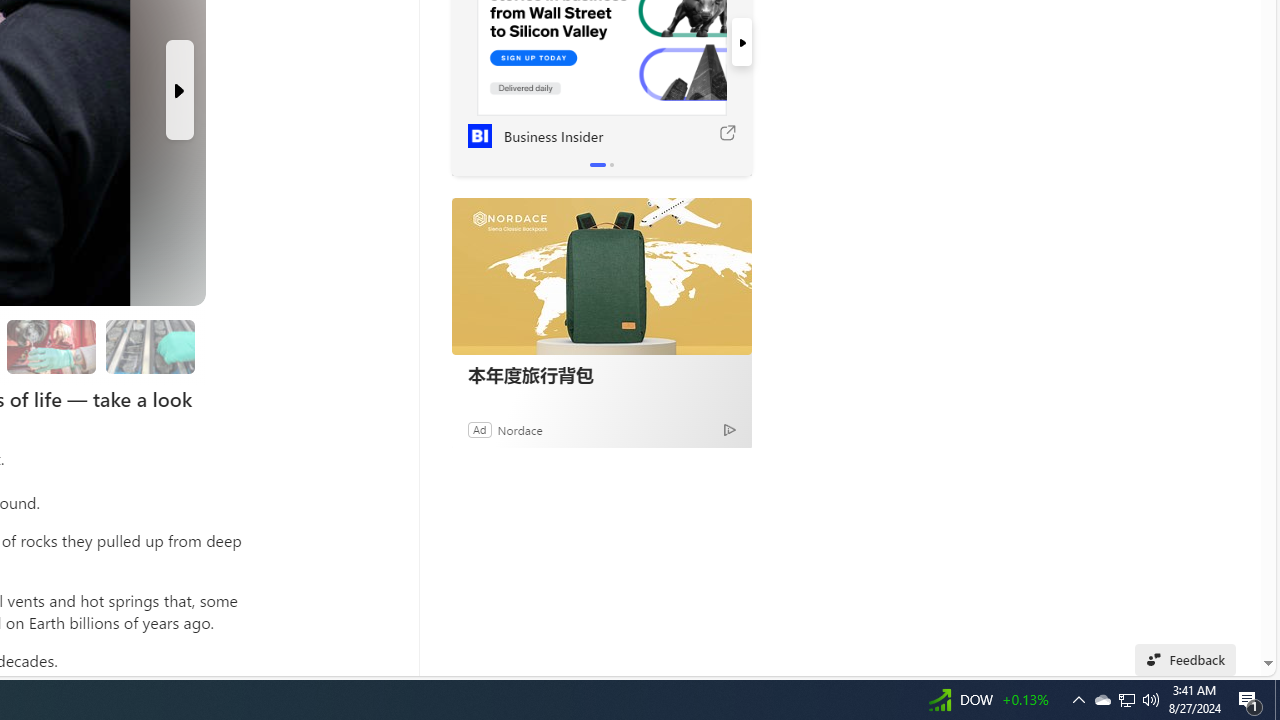 The width and height of the screenshot is (1280, 720). I want to click on 'Class: progress', so click(149, 342).